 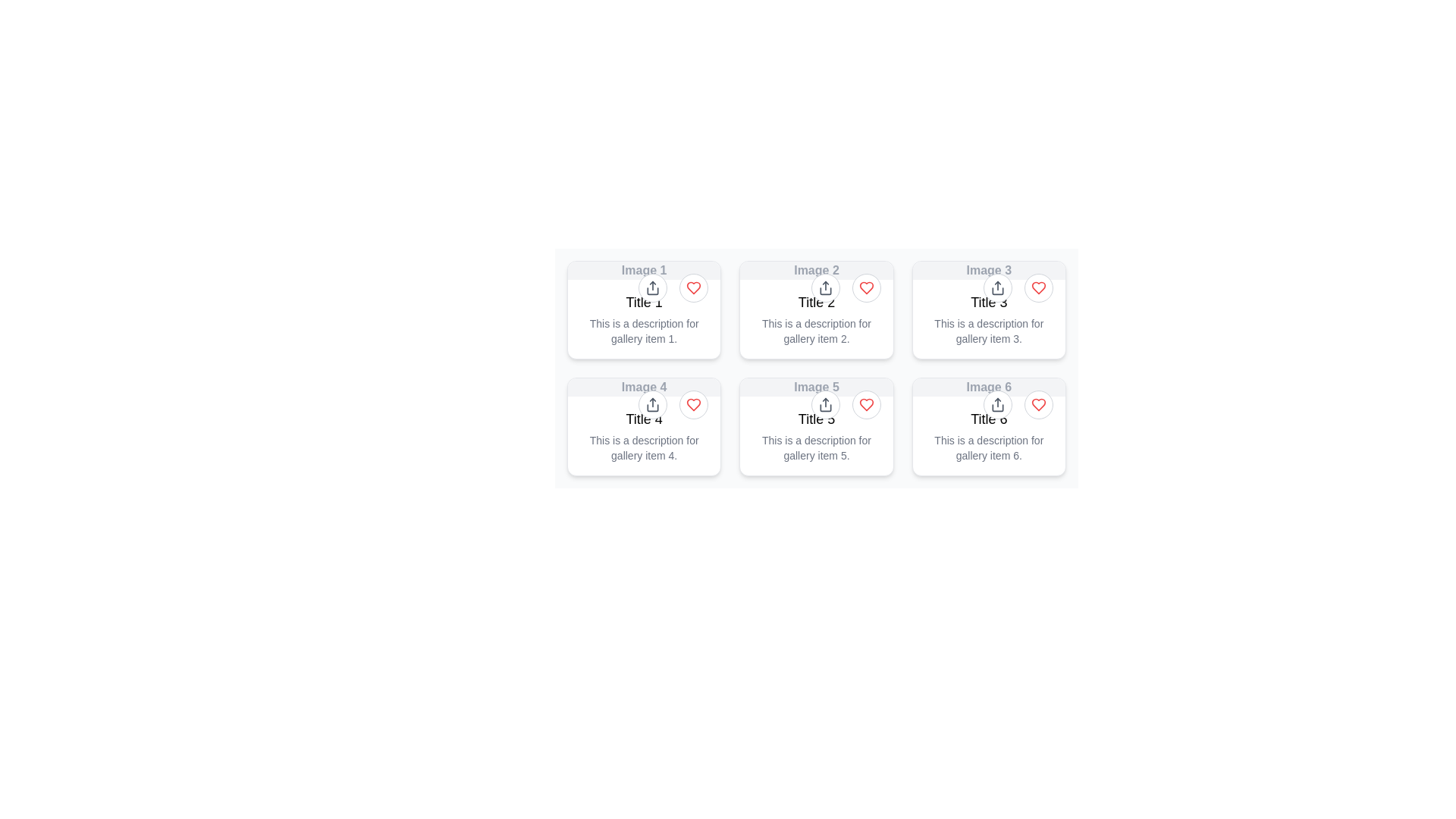 I want to click on the circular button with a light gray border and red heart icon located in the upper right corner of the card labeled 'Image 2 Title 2', so click(x=866, y=288).